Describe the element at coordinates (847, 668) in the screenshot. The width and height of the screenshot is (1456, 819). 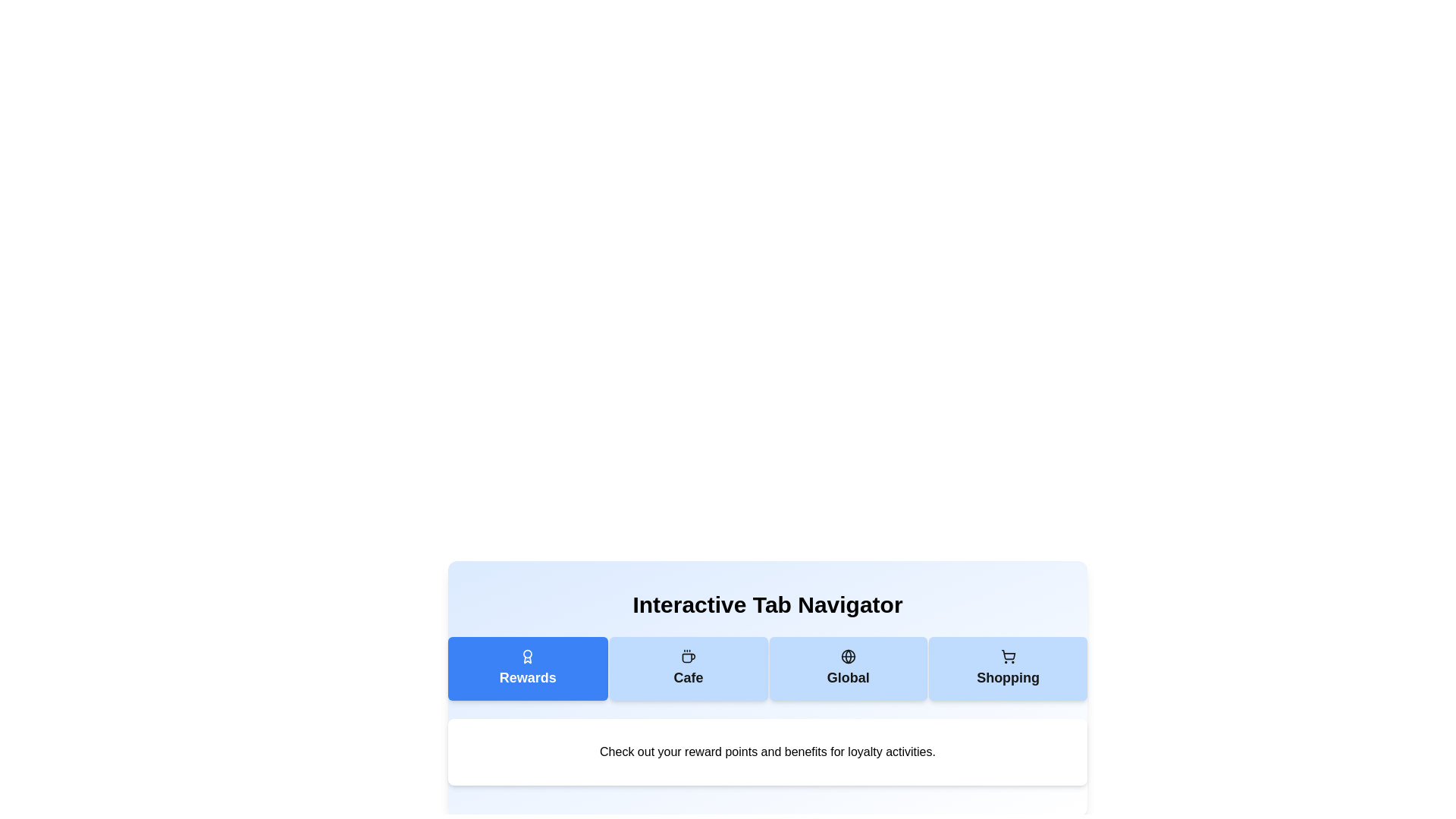
I see `the tab labeled Global` at that location.